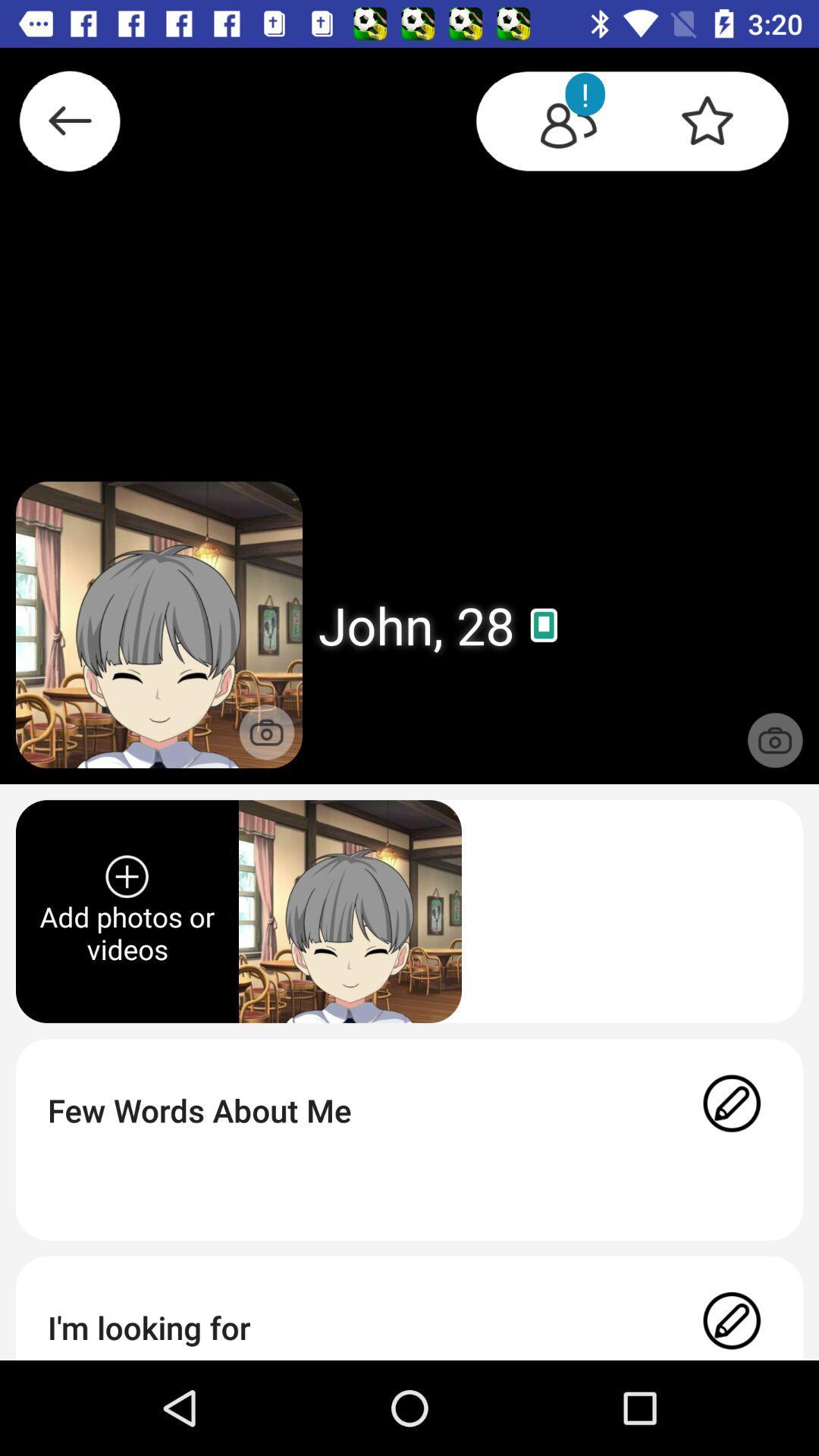 The height and width of the screenshot is (1456, 819). What do you see at coordinates (775, 740) in the screenshot?
I see `the photo icon` at bounding box center [775, 740].